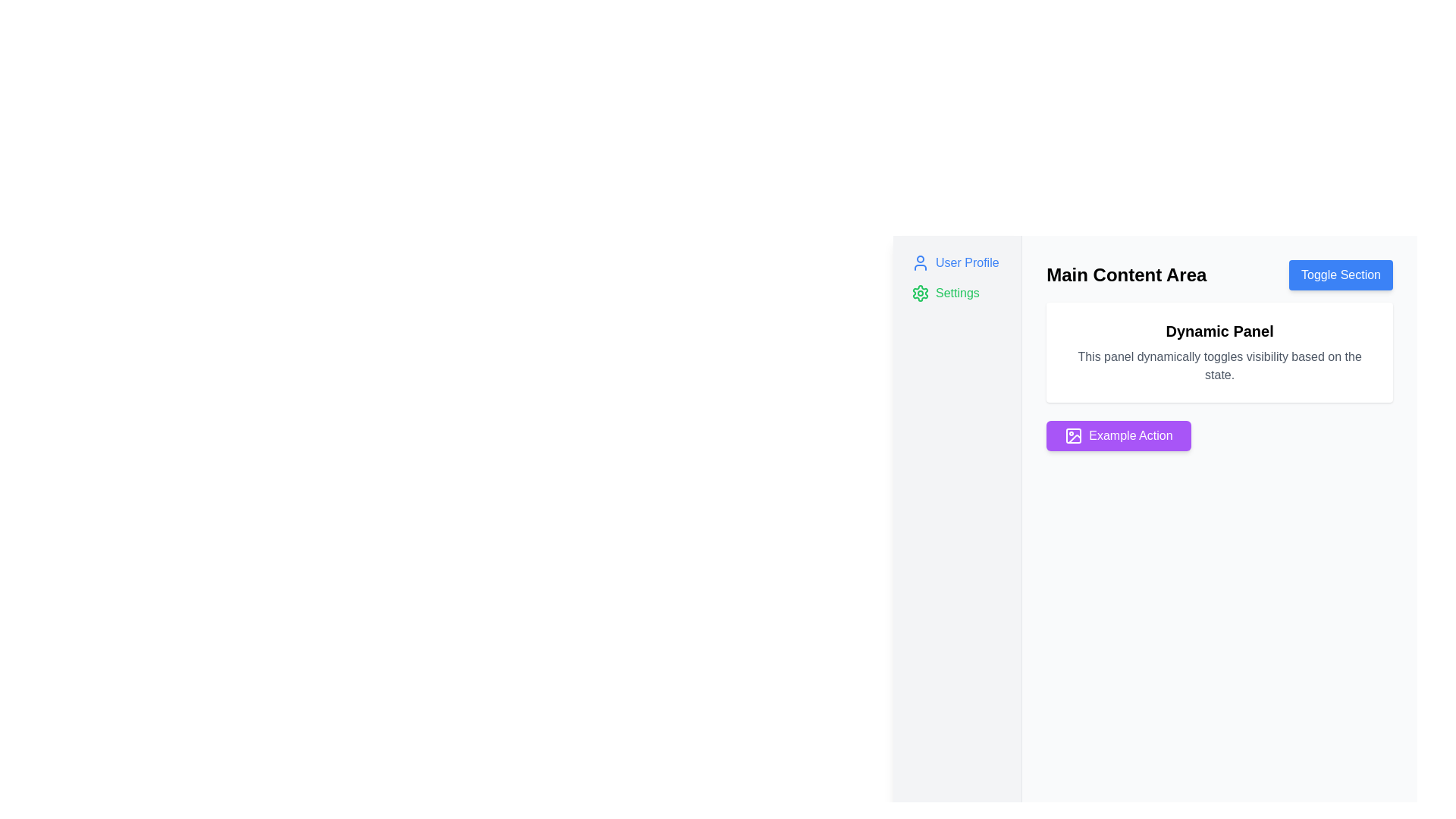  Describe the element at coordinates (956, 262) in the screenshot. I see `the 'User Profile' navigation link in the left sidebar` at that location.